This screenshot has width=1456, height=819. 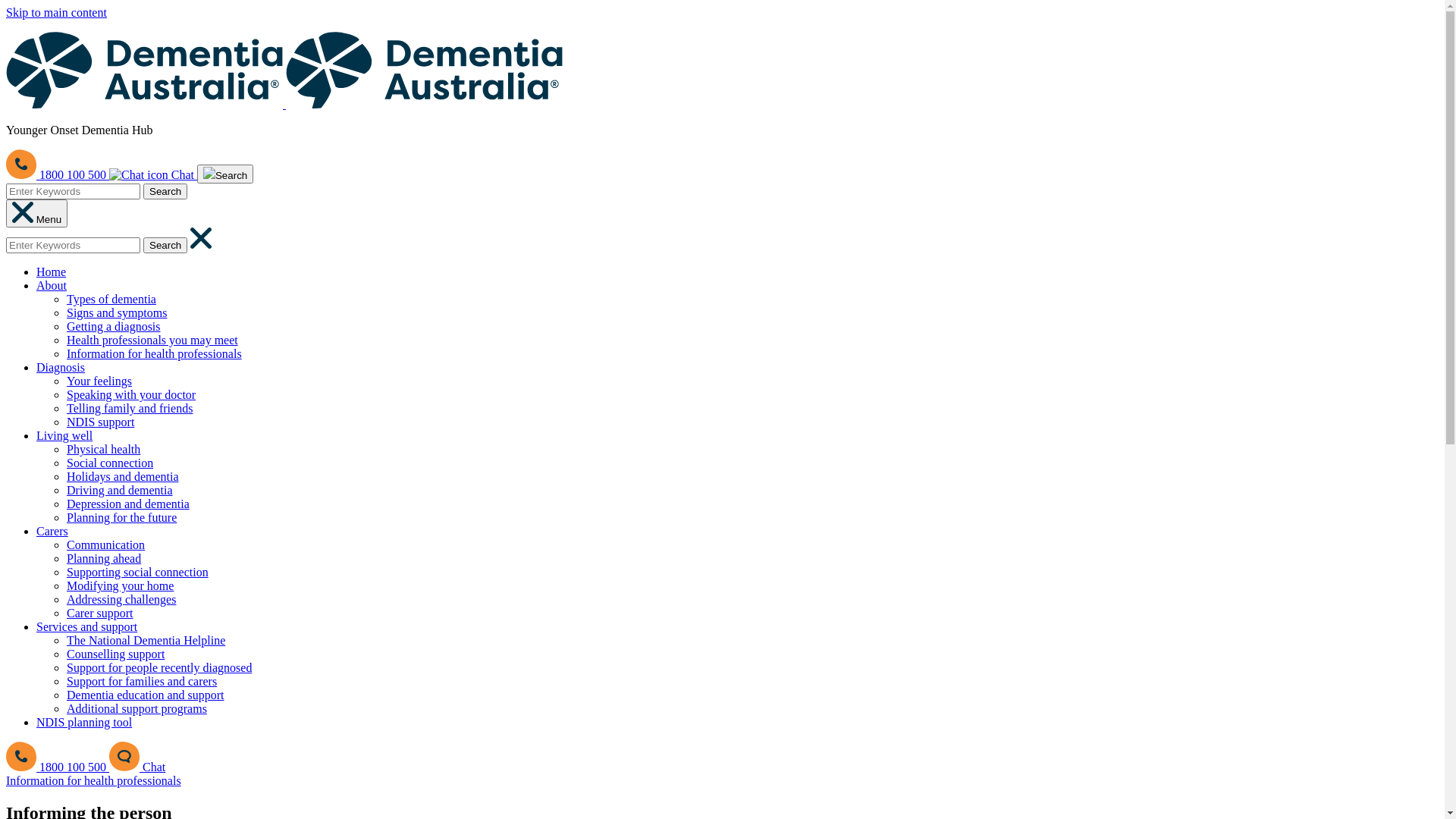 I want to click on 'Additional support programs', so click(x=65, y=708).